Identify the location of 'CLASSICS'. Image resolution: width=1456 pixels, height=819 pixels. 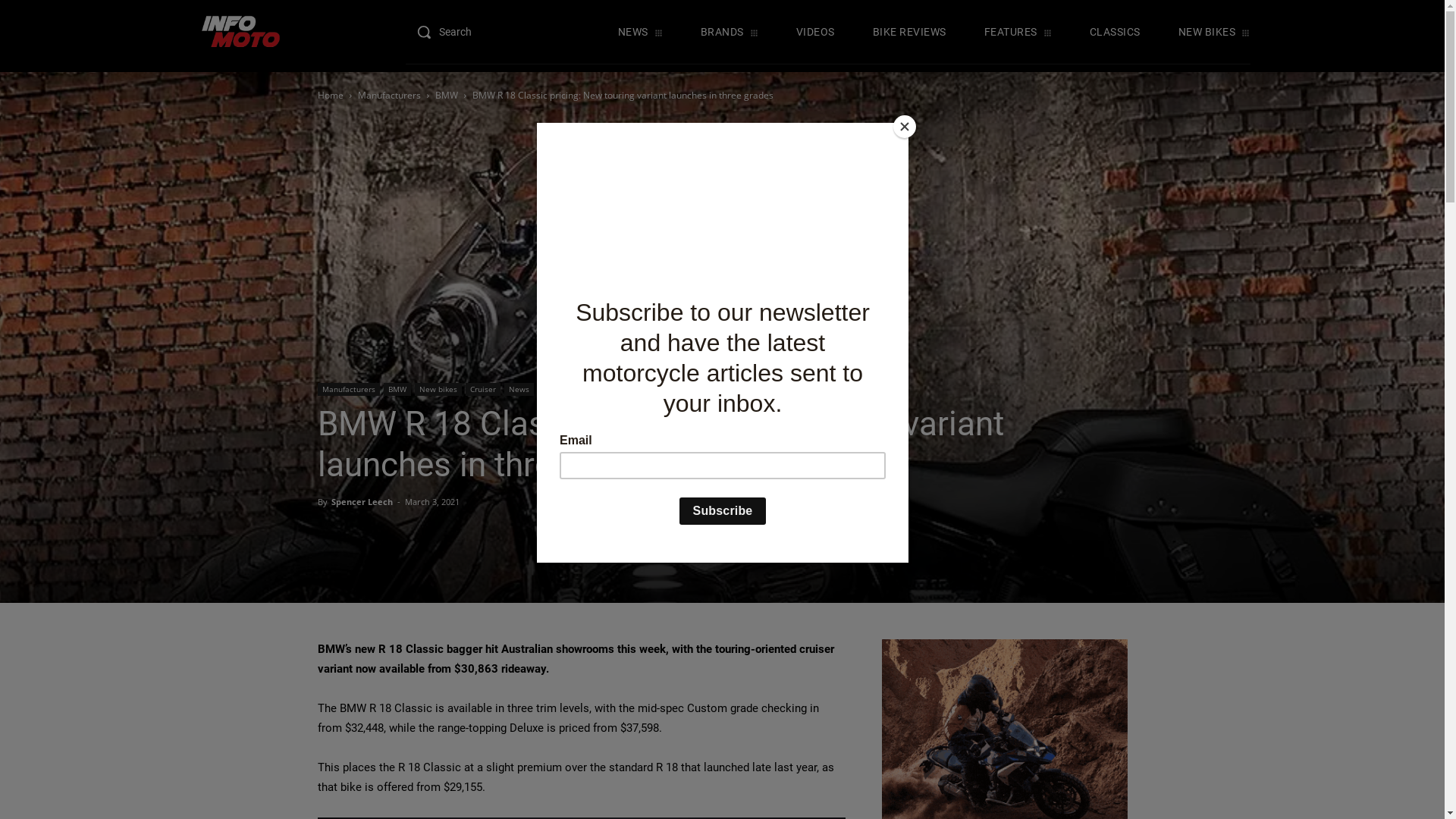
(1115, 32).